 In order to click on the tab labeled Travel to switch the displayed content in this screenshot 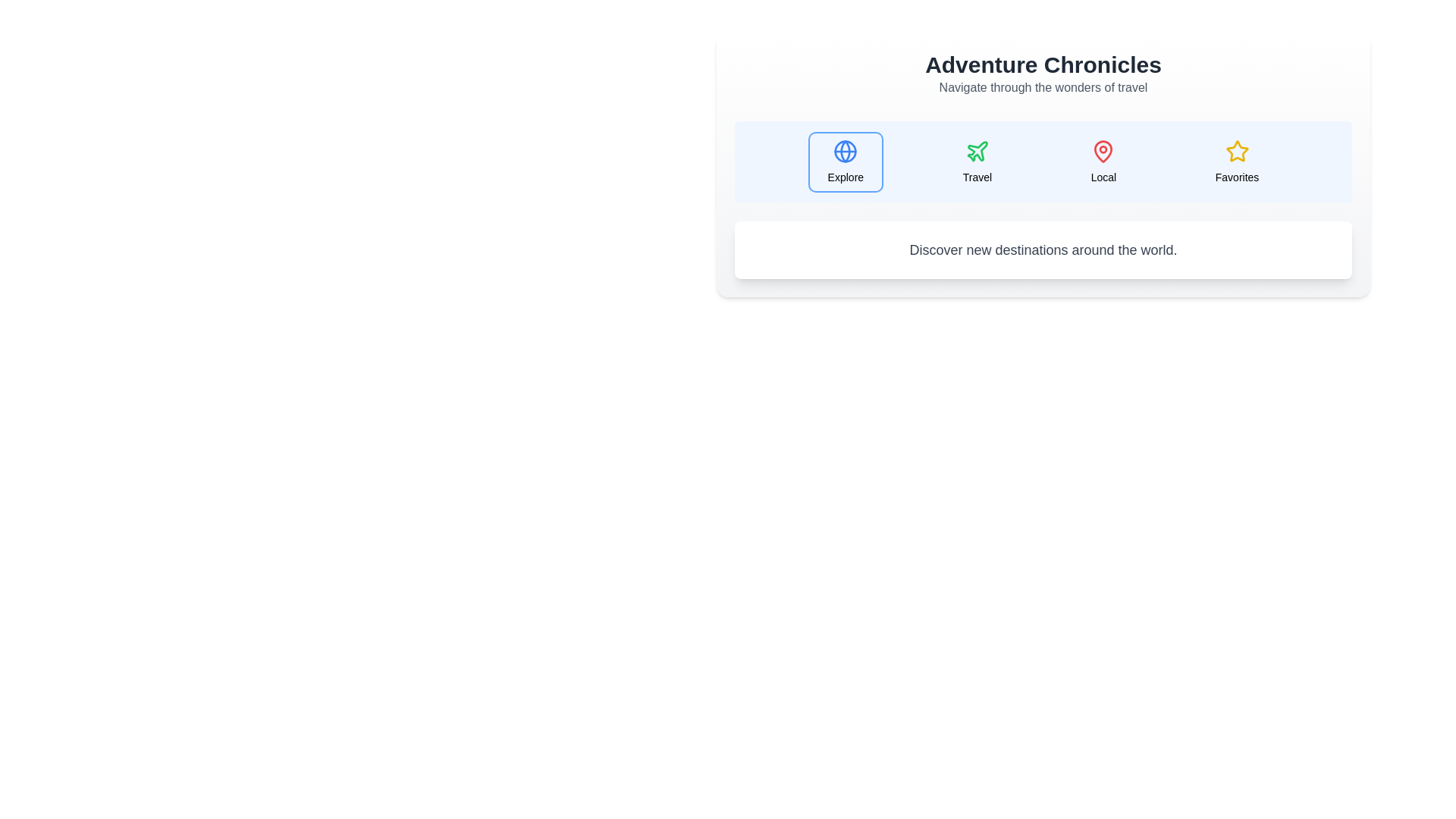, I will do `click(976, 162)`.